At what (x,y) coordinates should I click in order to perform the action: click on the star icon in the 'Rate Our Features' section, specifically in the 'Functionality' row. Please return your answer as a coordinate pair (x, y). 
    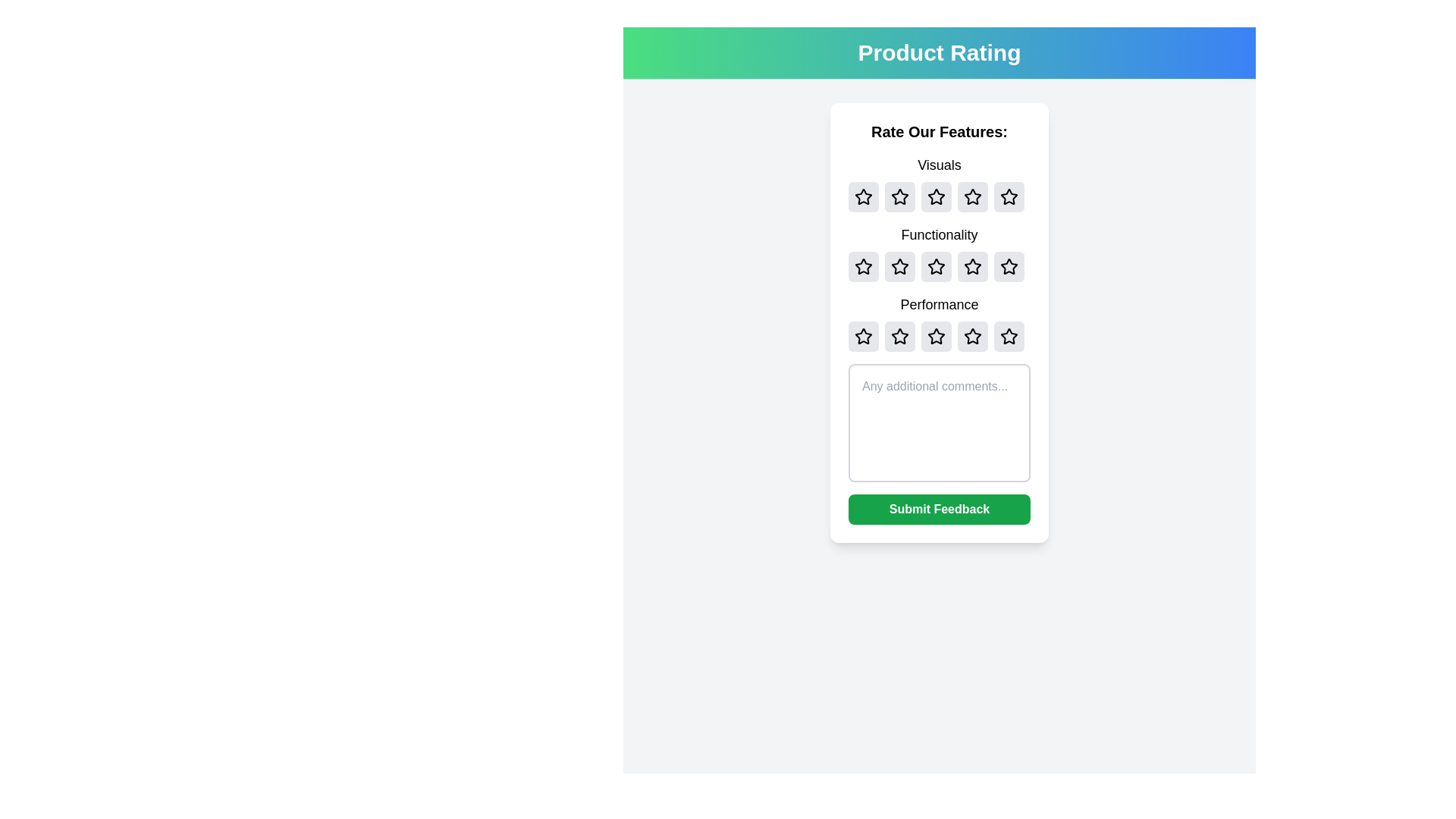
    Looking at the image, I should click on (863, 265).